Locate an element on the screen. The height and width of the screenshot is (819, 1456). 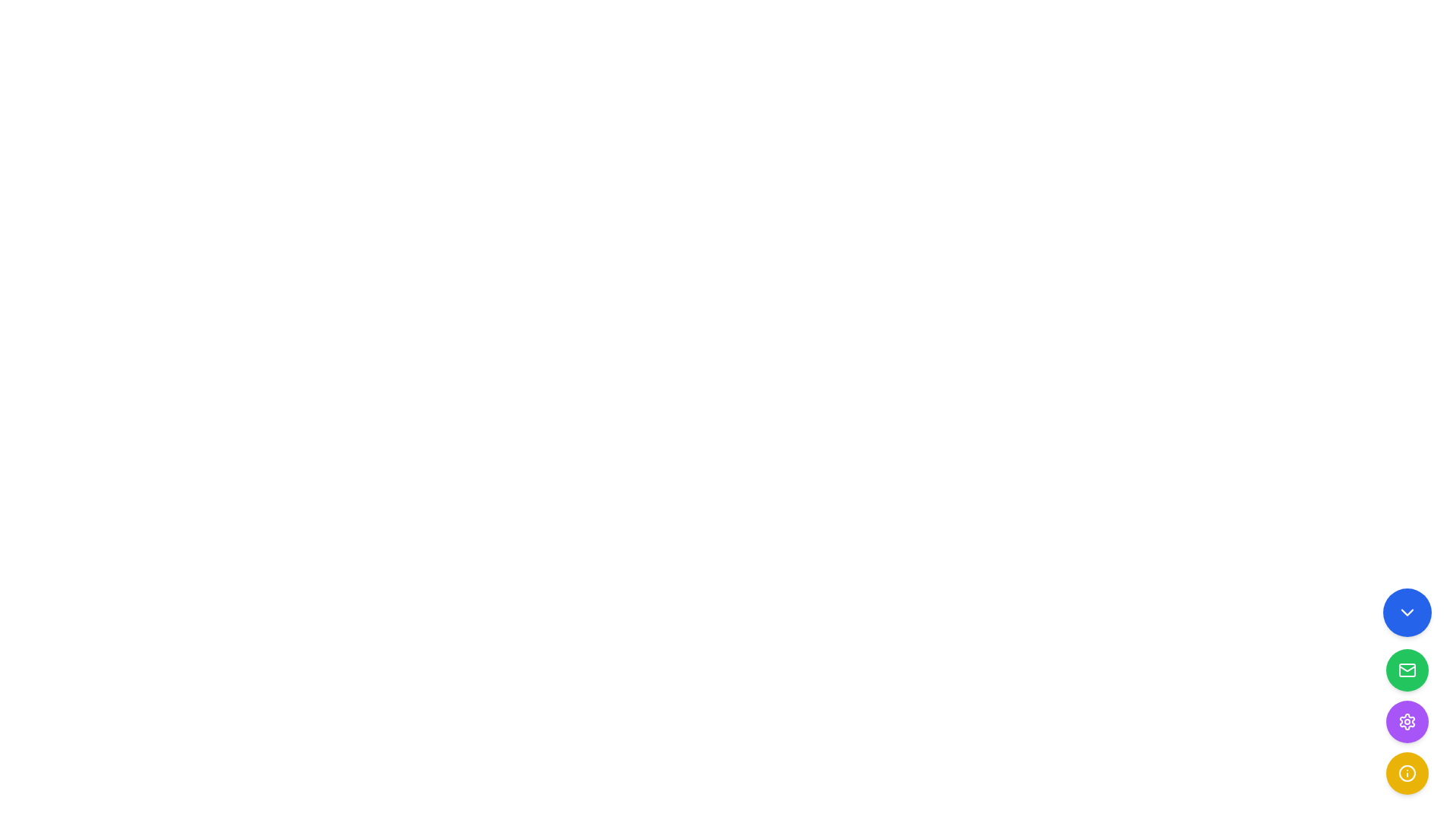
the second circular button on the right side of the interface to observe the hover effect, which is located between a downward arrow button and a purple gear button is located at coordinates (1407, 669).